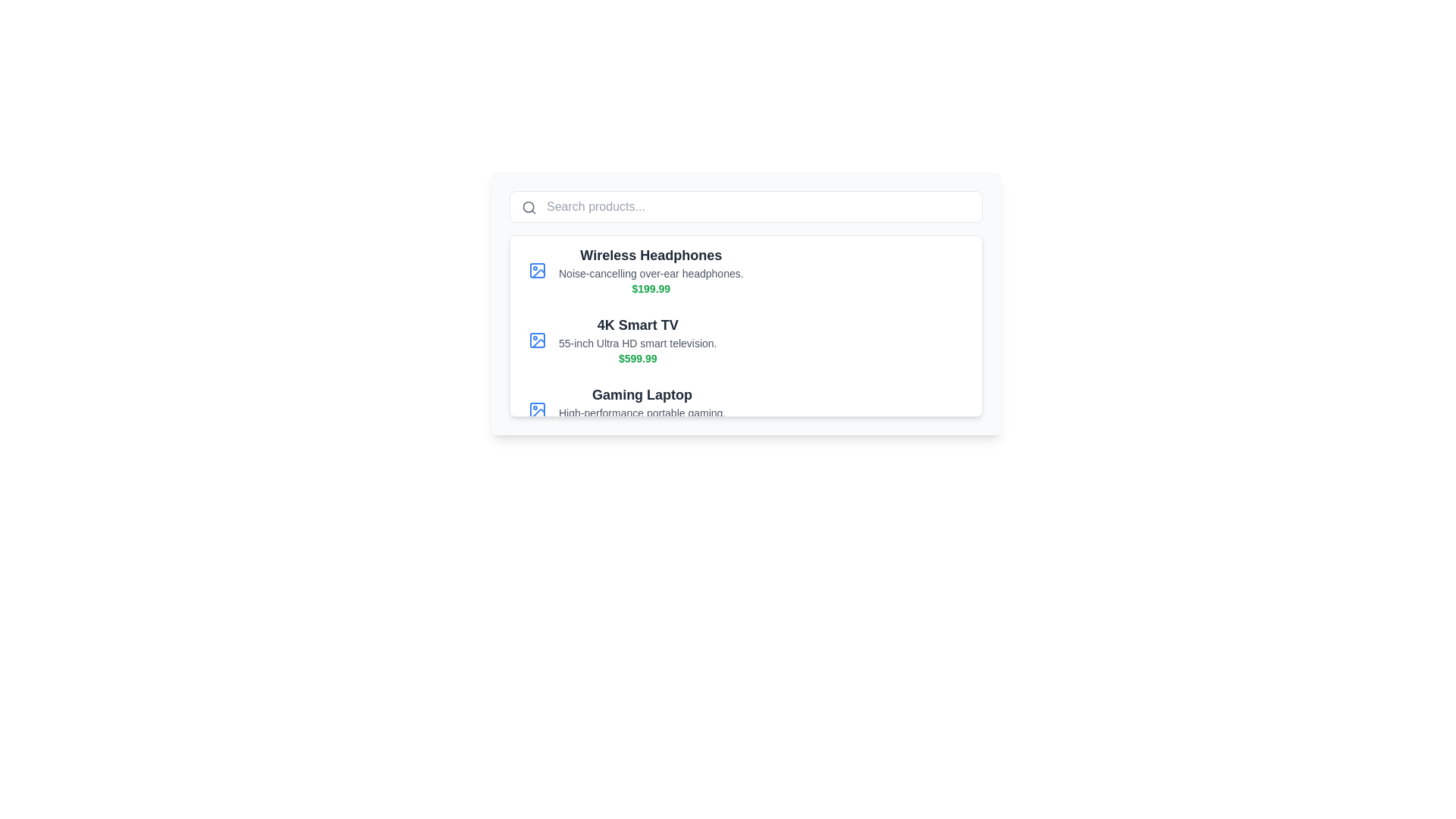  Describe the element at coordinates (638, 324) in the screenshot. I see `the product title label that displays the name or title of the product, located above the description and price within the product listing layout` at that location.